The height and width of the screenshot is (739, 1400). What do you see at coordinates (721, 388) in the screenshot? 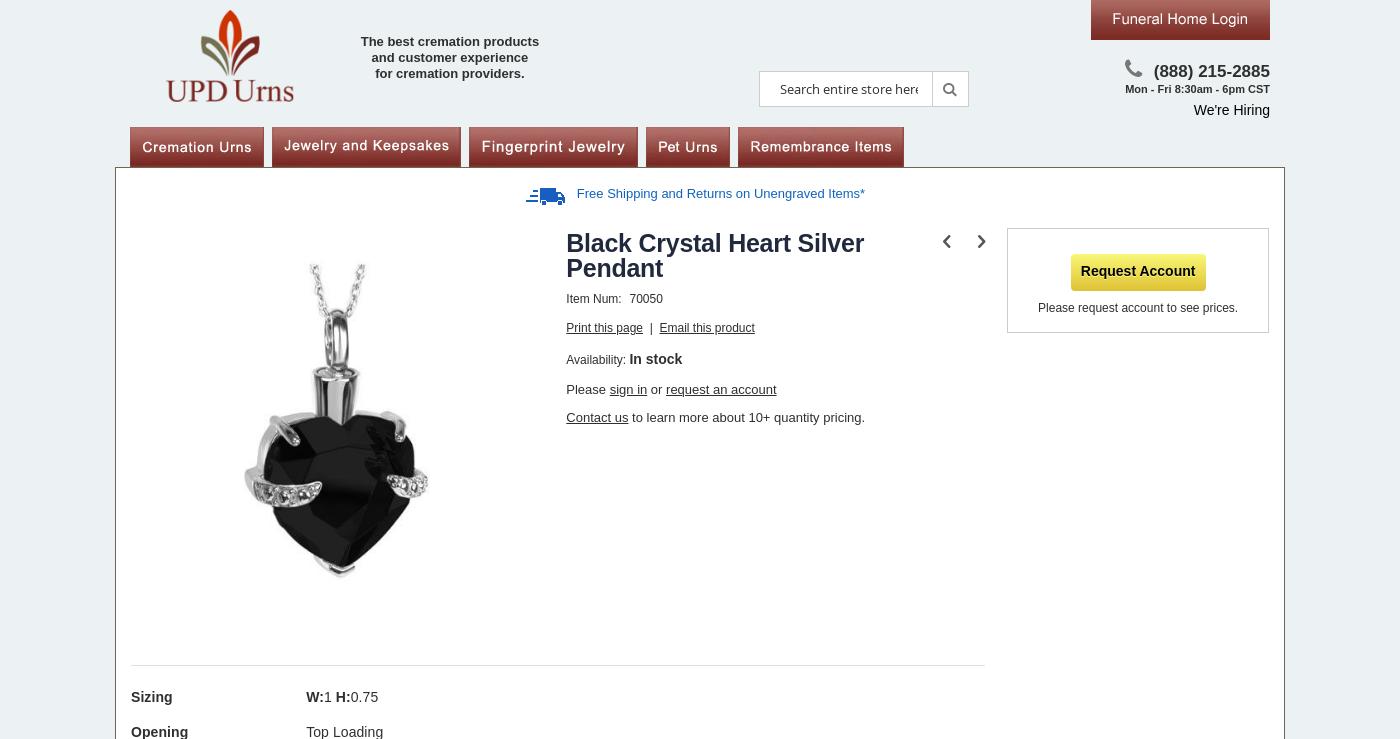
I see `'request an account'` at bounding box center [721, 388].